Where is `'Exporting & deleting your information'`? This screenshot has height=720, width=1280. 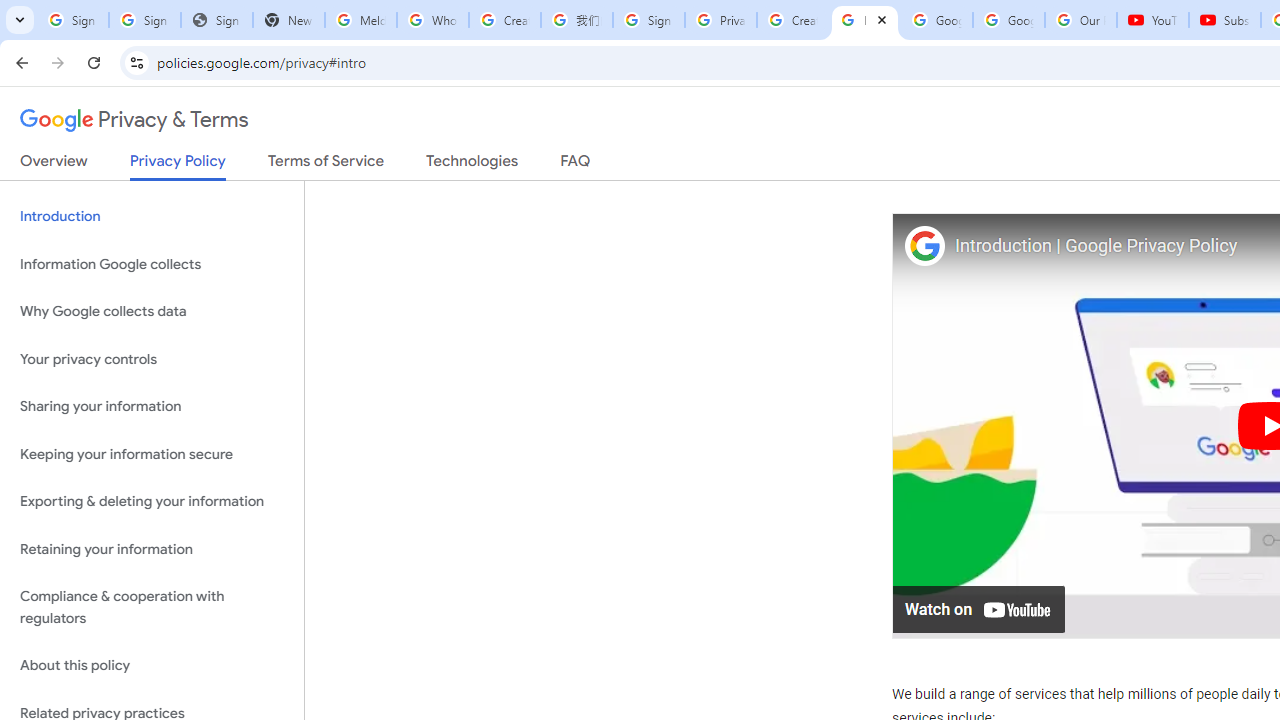
'Exporting & deleting your information' is located at coordinates (151, 501).